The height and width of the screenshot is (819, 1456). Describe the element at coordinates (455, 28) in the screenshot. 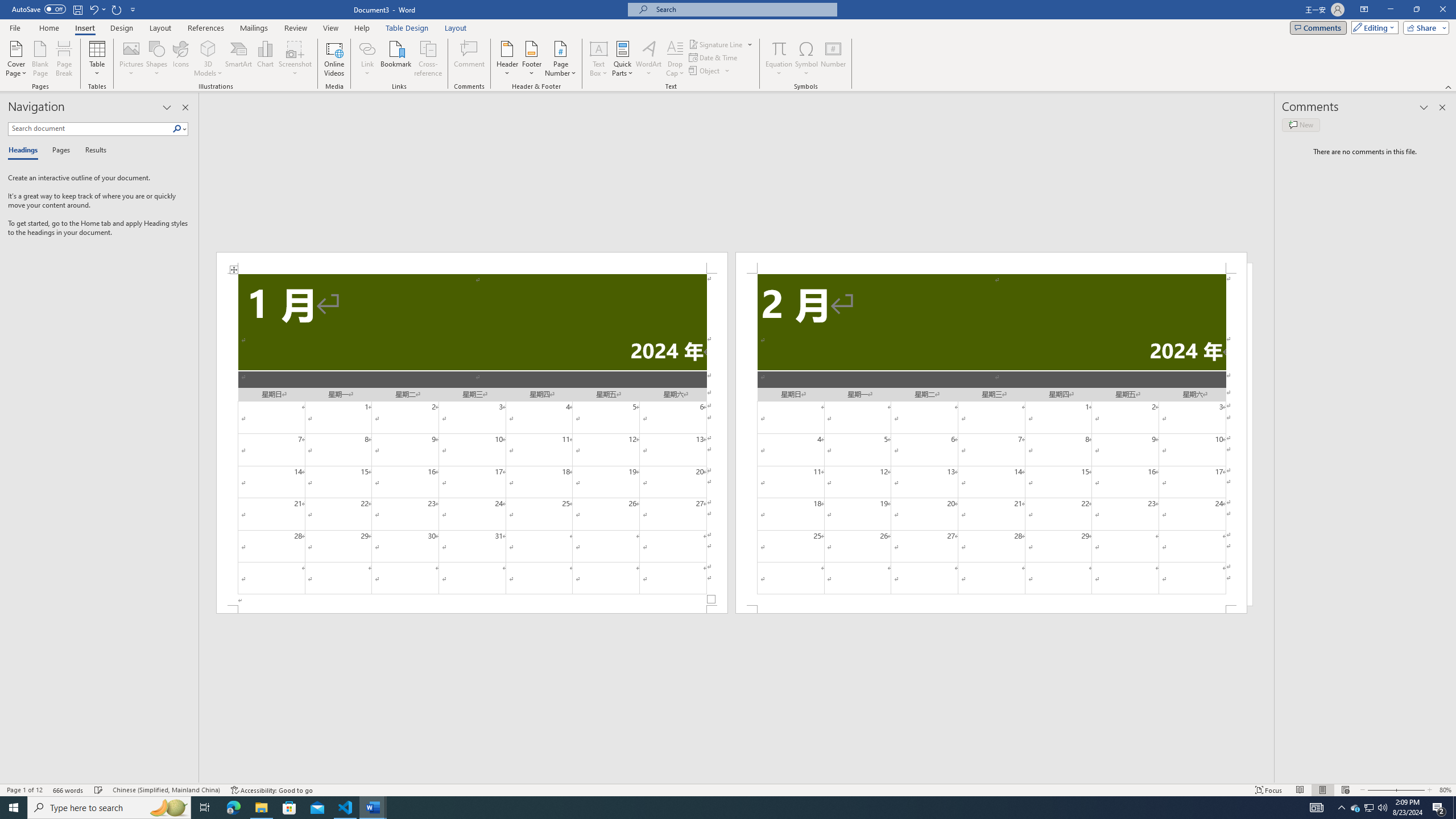

I see `'Layout'` at that location.